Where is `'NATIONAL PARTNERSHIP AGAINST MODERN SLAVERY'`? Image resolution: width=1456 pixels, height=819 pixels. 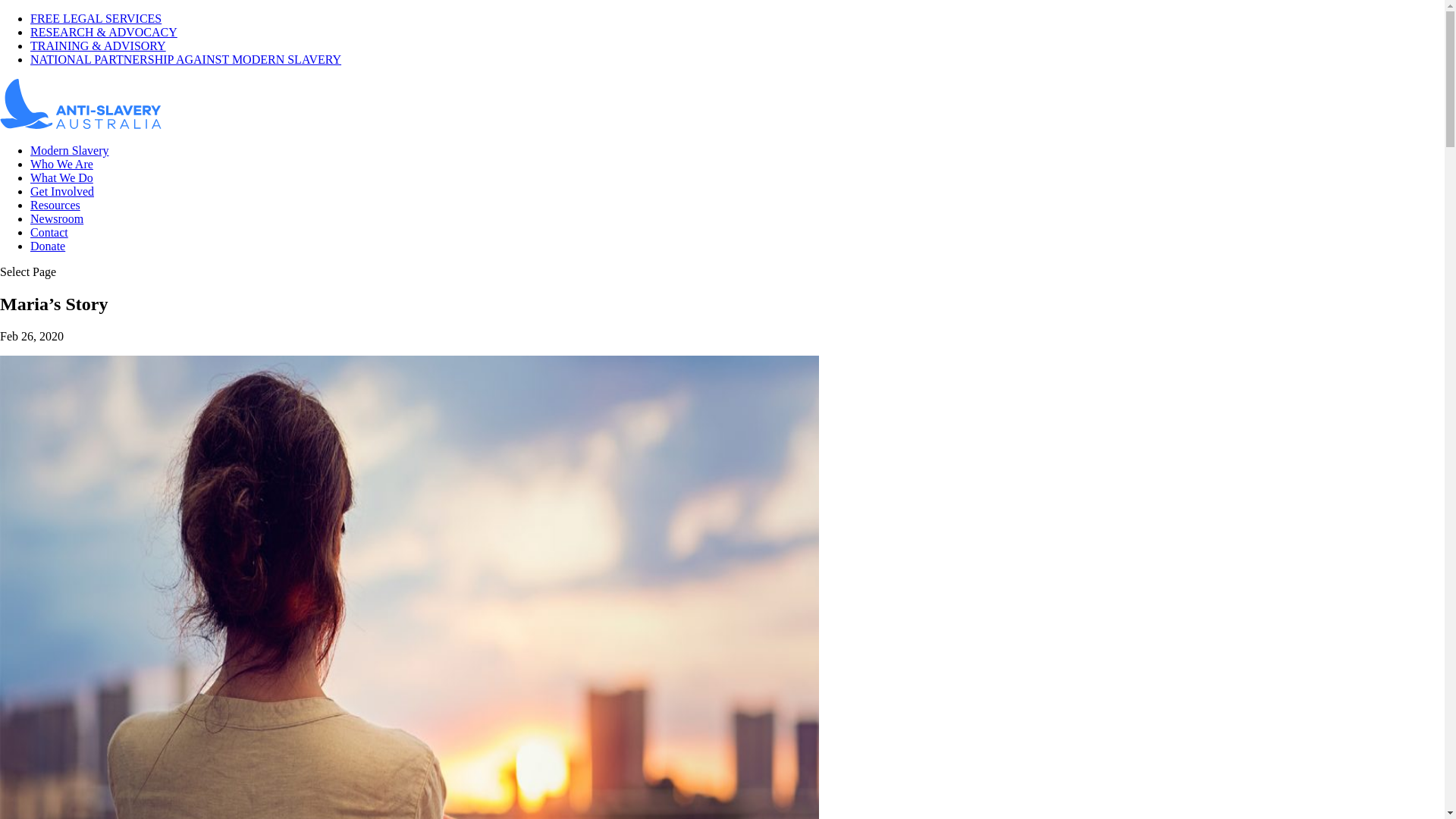 'NATIONAL PARTNERSHIP AGAINST MODERN SLAVERY' is located at coordinates (184, 58).